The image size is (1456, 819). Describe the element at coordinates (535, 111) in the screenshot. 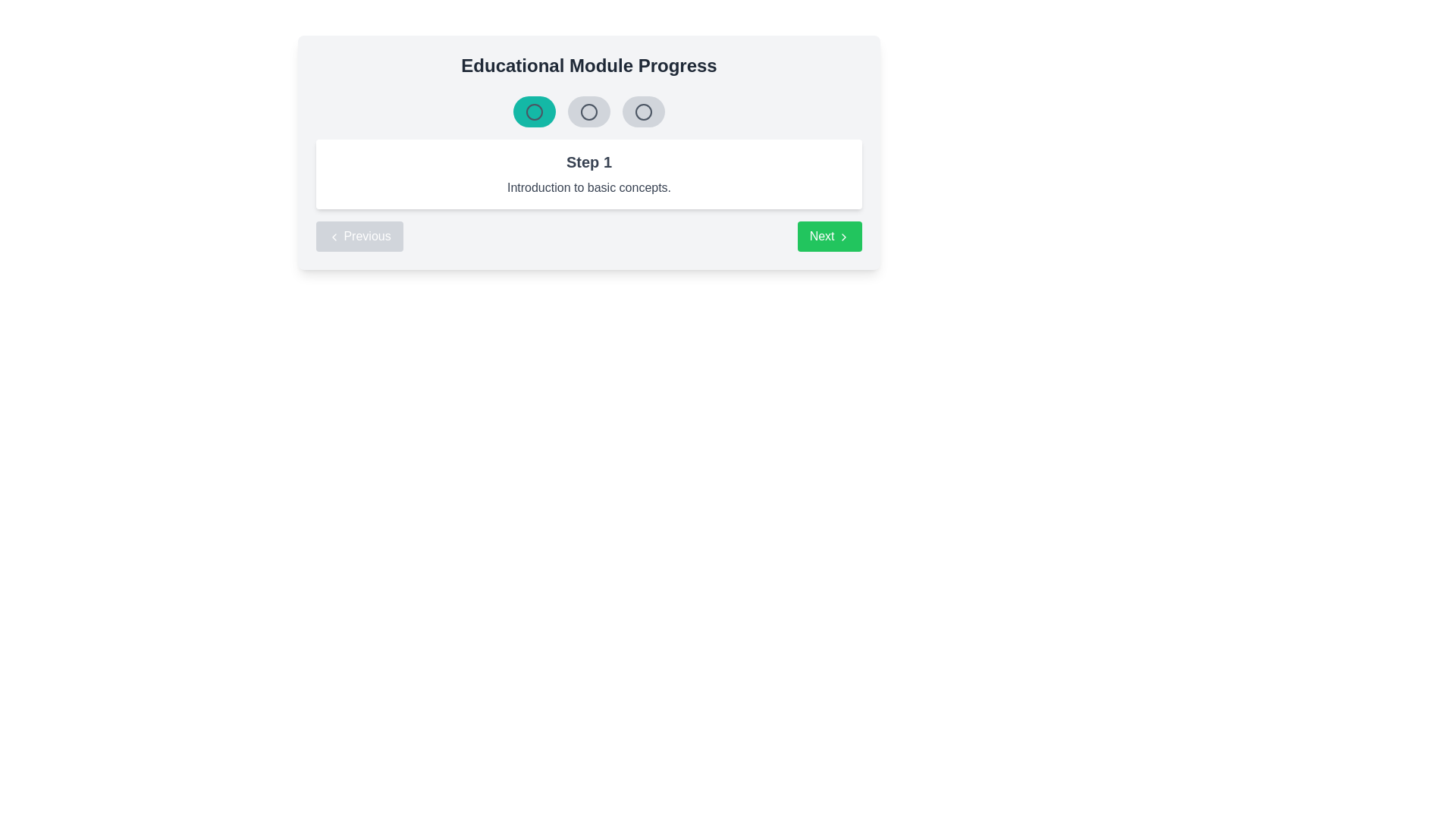

I see `the active, leftmost circle in the SVG progress step indicator, which is styled with a teal background and indicates progress in the 'Educational Module Progress.'` at that location.